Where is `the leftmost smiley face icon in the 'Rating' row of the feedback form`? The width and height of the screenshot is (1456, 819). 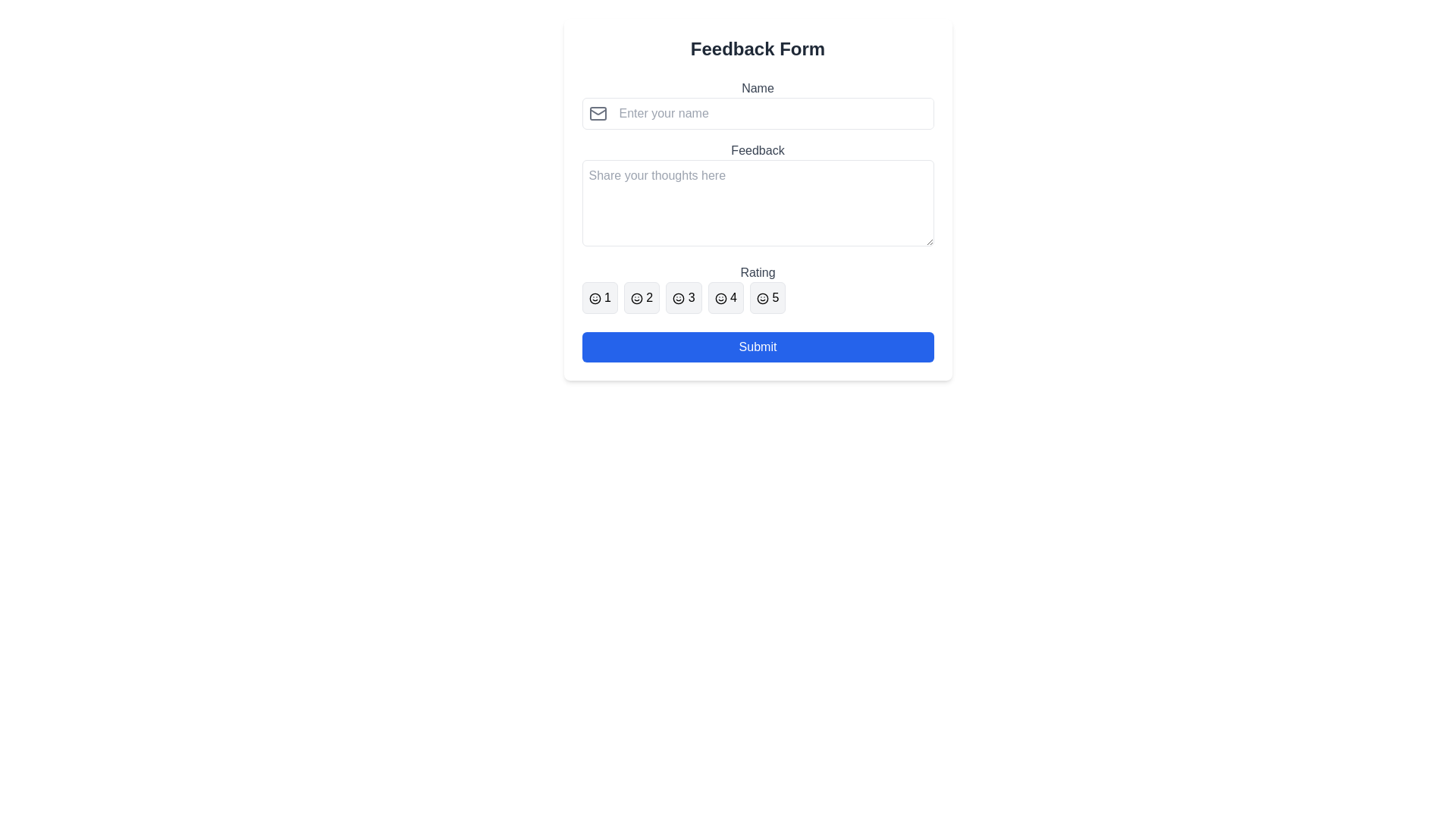 the leftmost smiley face icon in the 'Rating' row of the feedback form is located at coordinates (594, 298).